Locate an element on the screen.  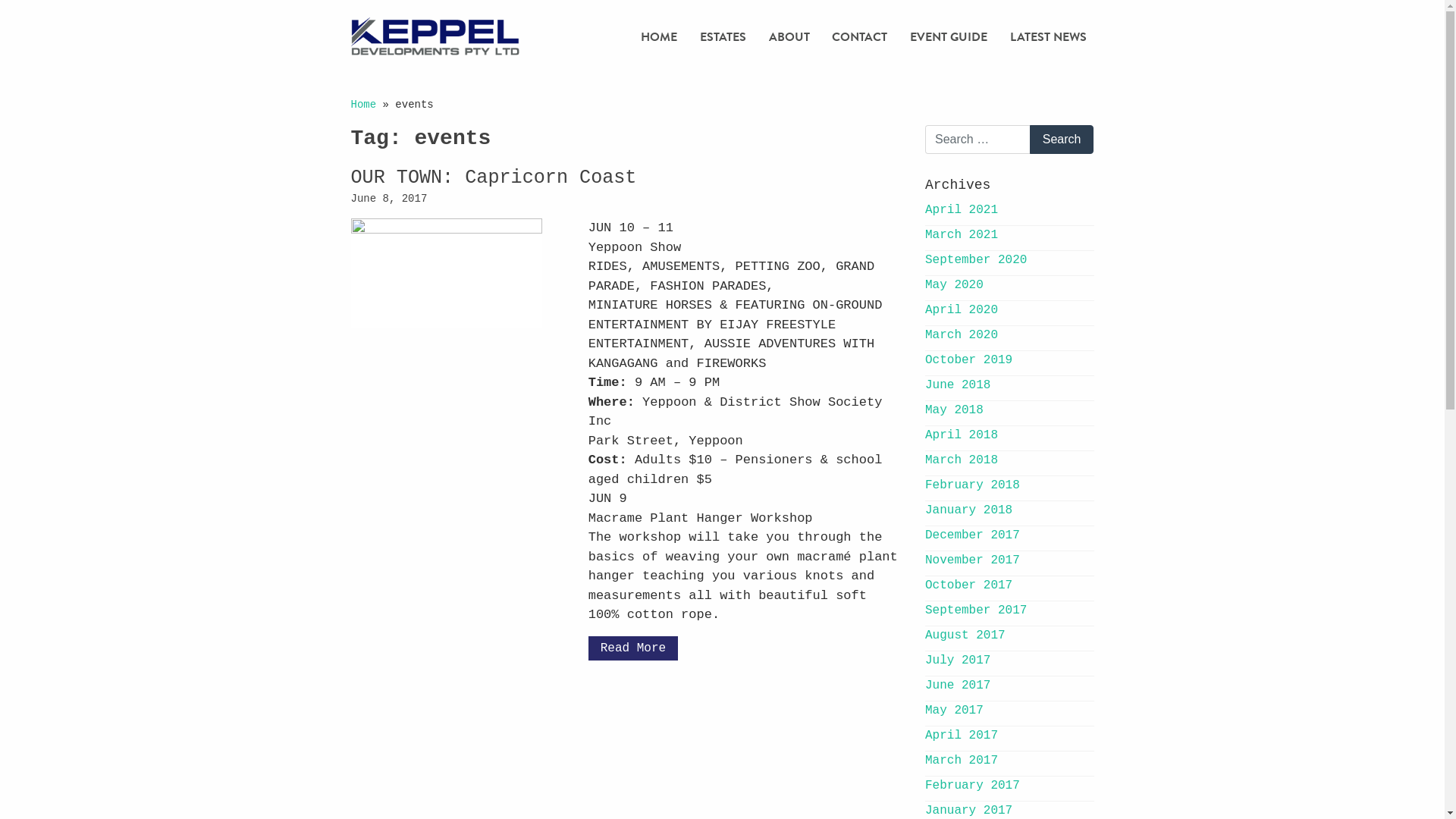
'Search' is located at coordinates (1061, 140).